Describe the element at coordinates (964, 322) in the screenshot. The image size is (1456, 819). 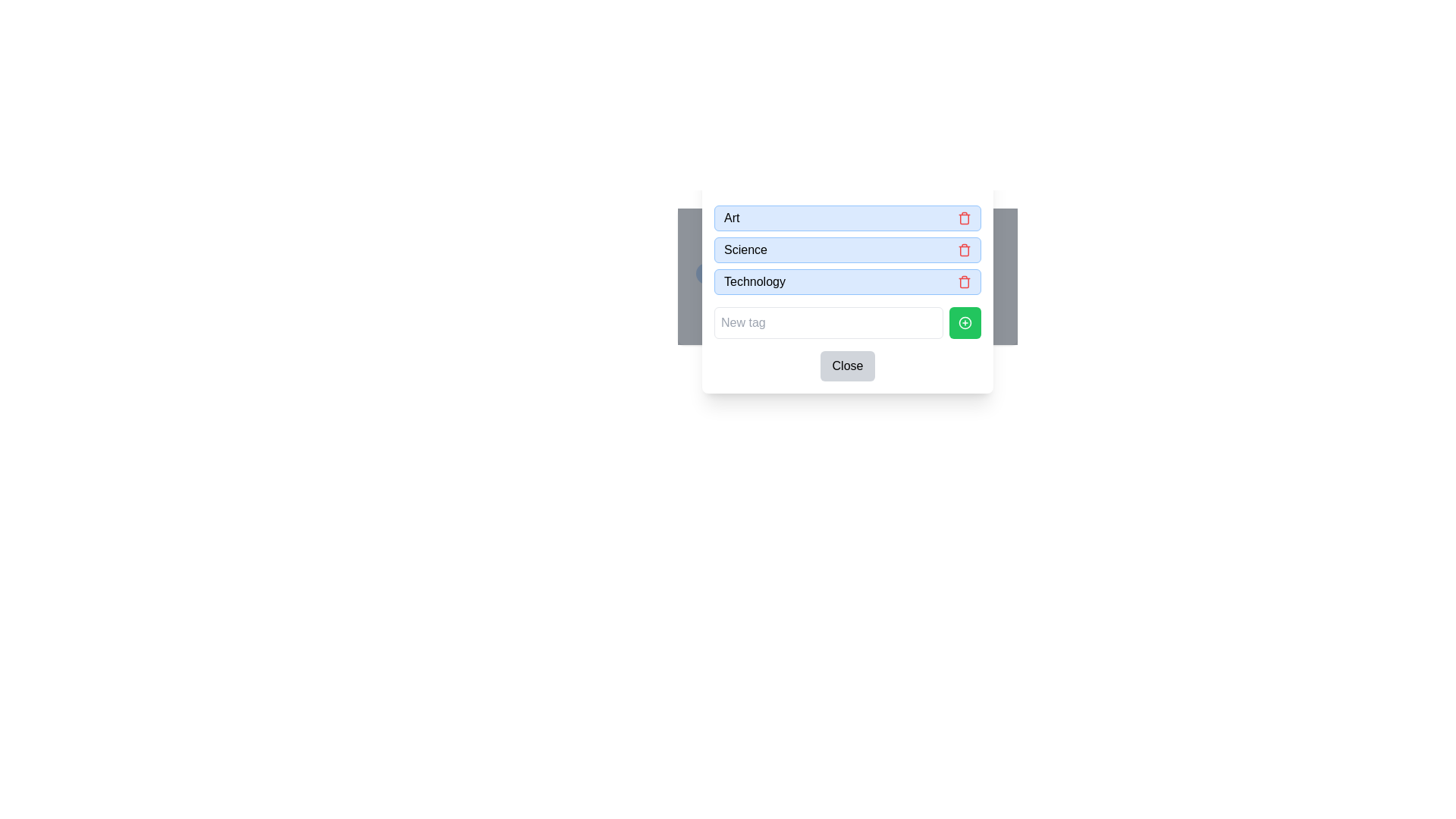
I see `the SVG Circle representing the outer circle of the 'plus' icon for adding new tags or items by clicking on it` at that location.